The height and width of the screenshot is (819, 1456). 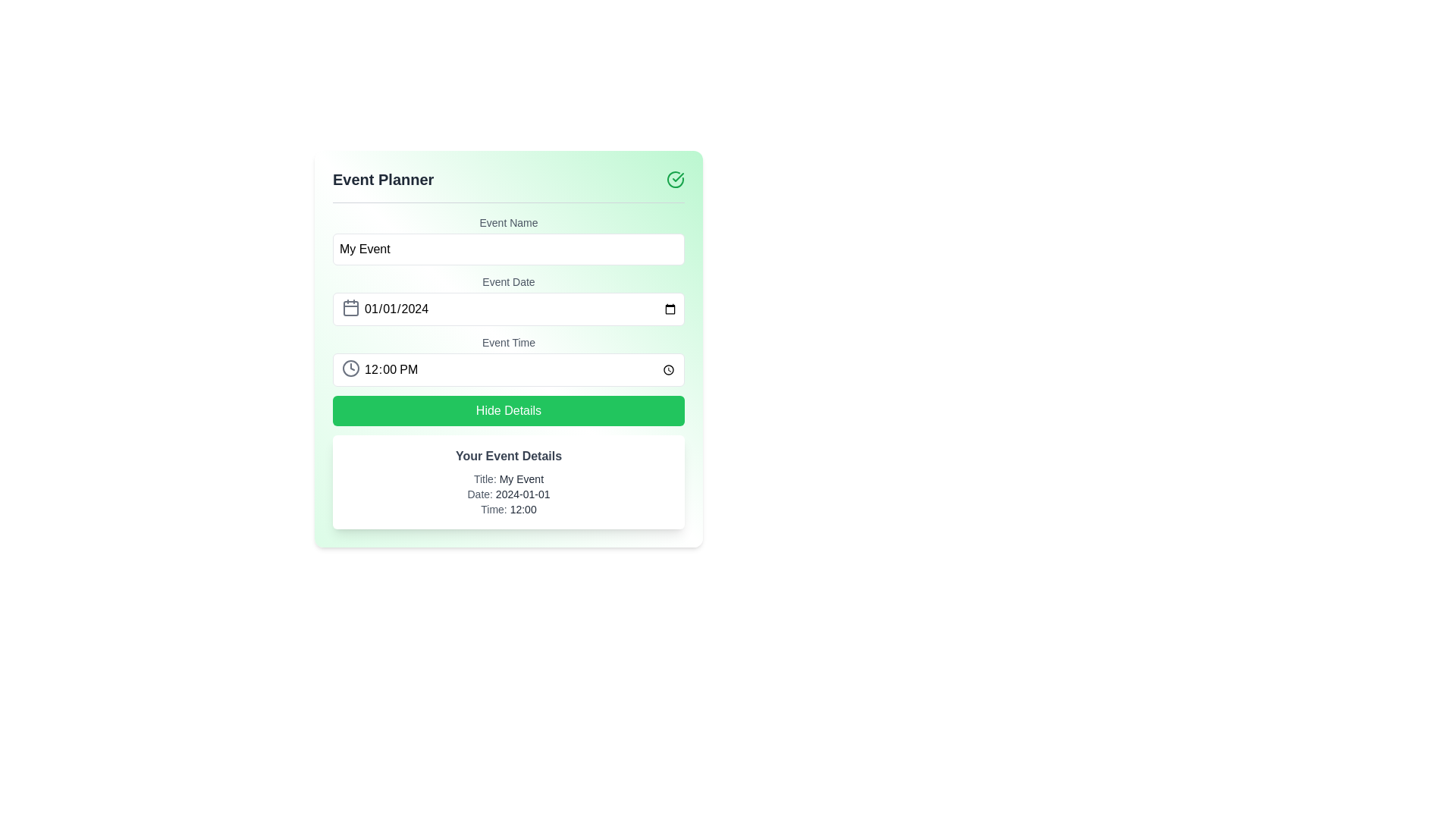 I want to click on the static text label that displays the event date, located below 'Title: My Event' and above 'Time: 12:00' within the 'Your Event Details' box, so click(x=509, y=494).